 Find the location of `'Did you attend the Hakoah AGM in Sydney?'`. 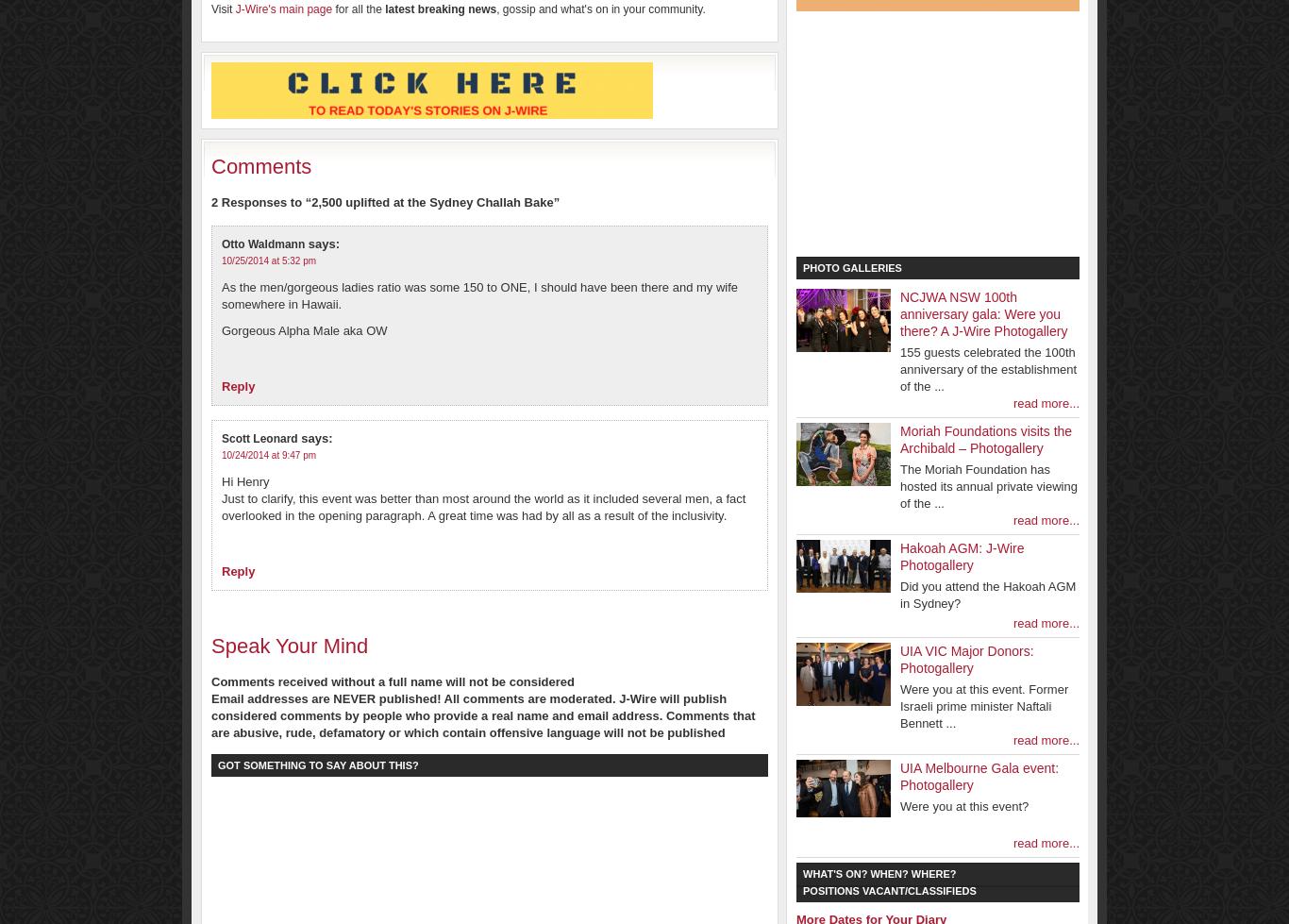

'Did you attend the Hakoah AGM in Sydney?' is located at coordinates (987, 594).